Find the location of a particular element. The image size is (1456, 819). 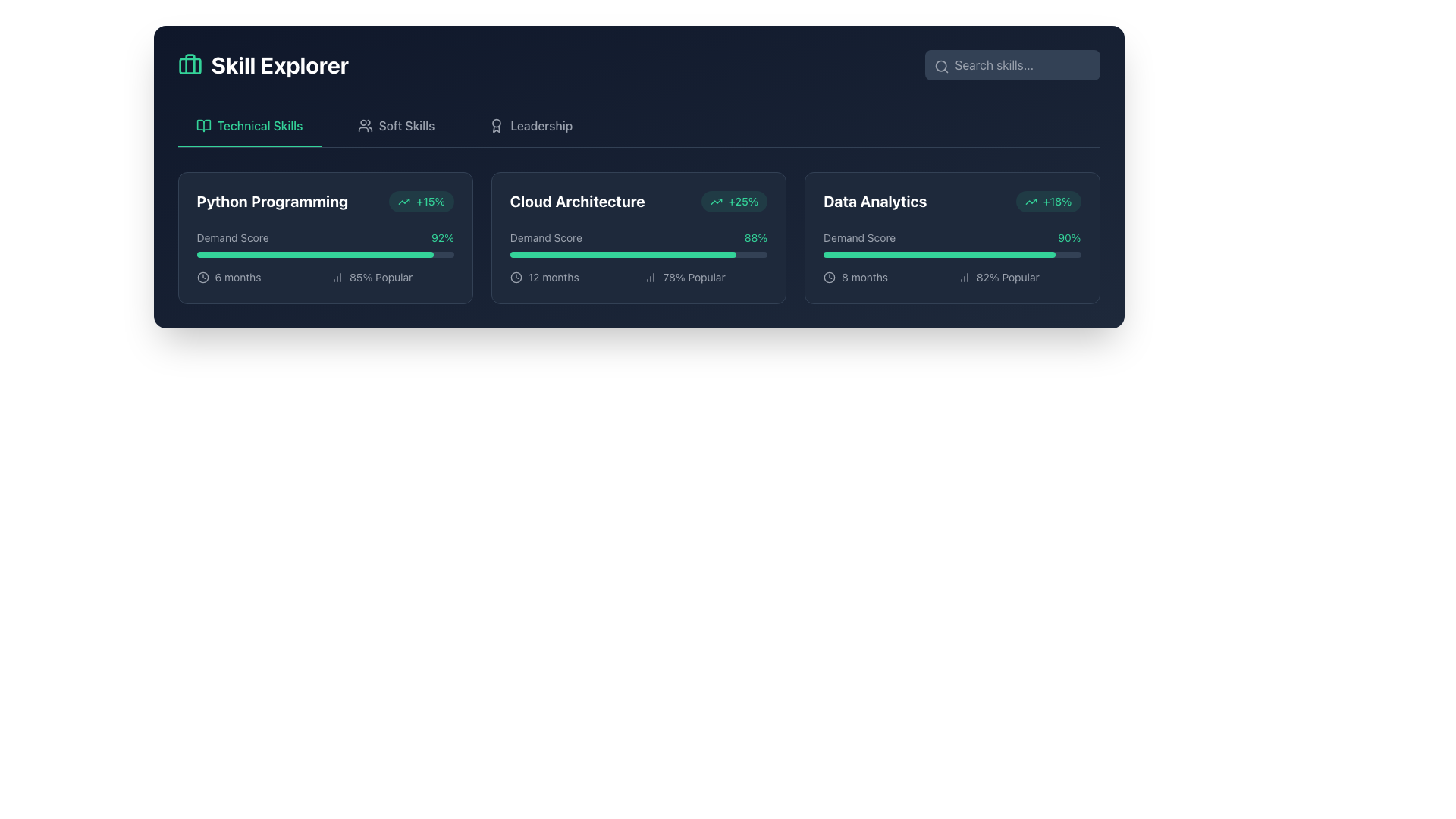

informational label displaying '82% Popular' which is accompanied by a bar chart icon, located at the bottom-right corner of the 'Data Analytics' card in the 'Technical Skills' section is located at coordinates (1019, 278).